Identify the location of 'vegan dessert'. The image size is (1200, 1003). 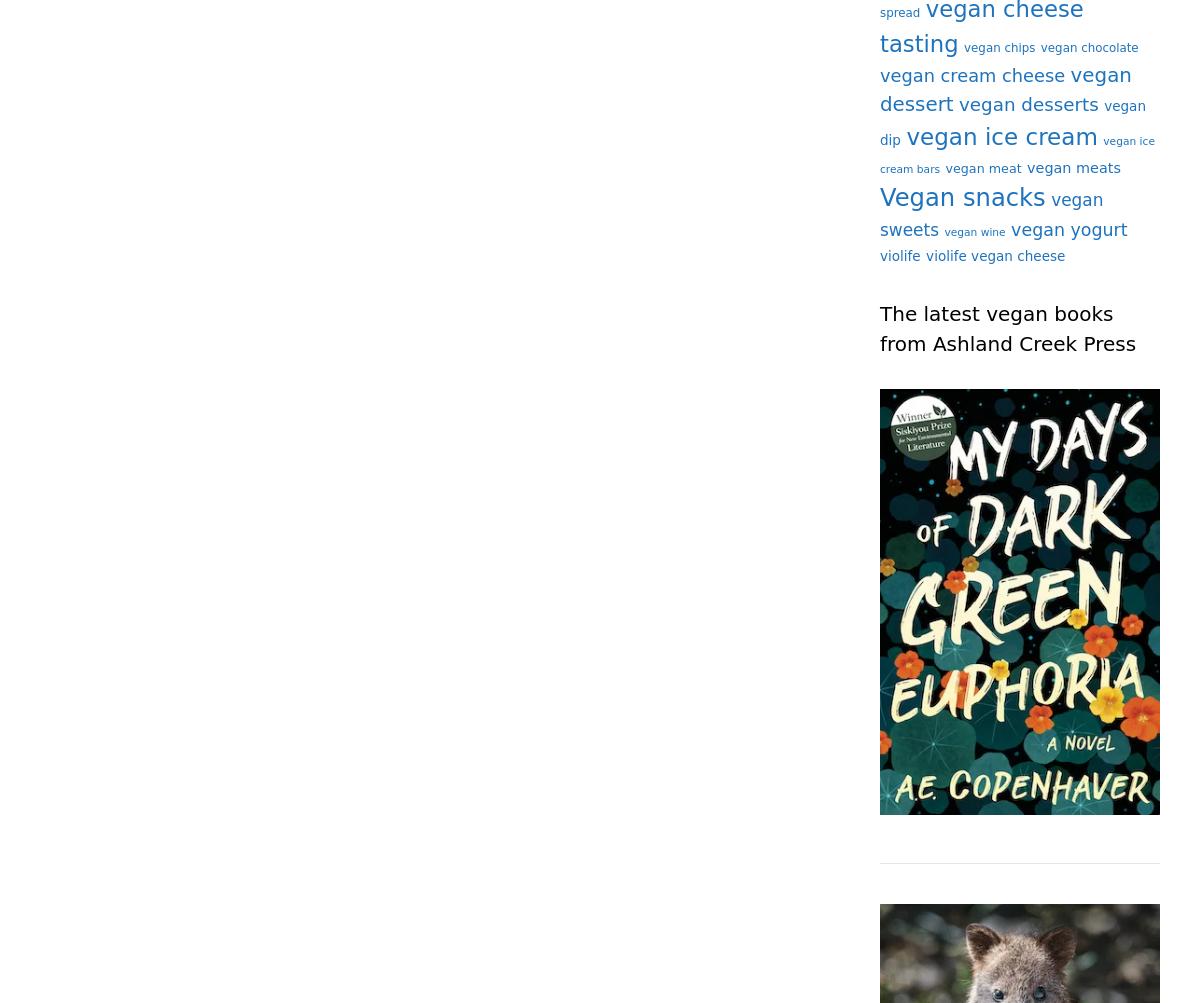
(1005, 89).